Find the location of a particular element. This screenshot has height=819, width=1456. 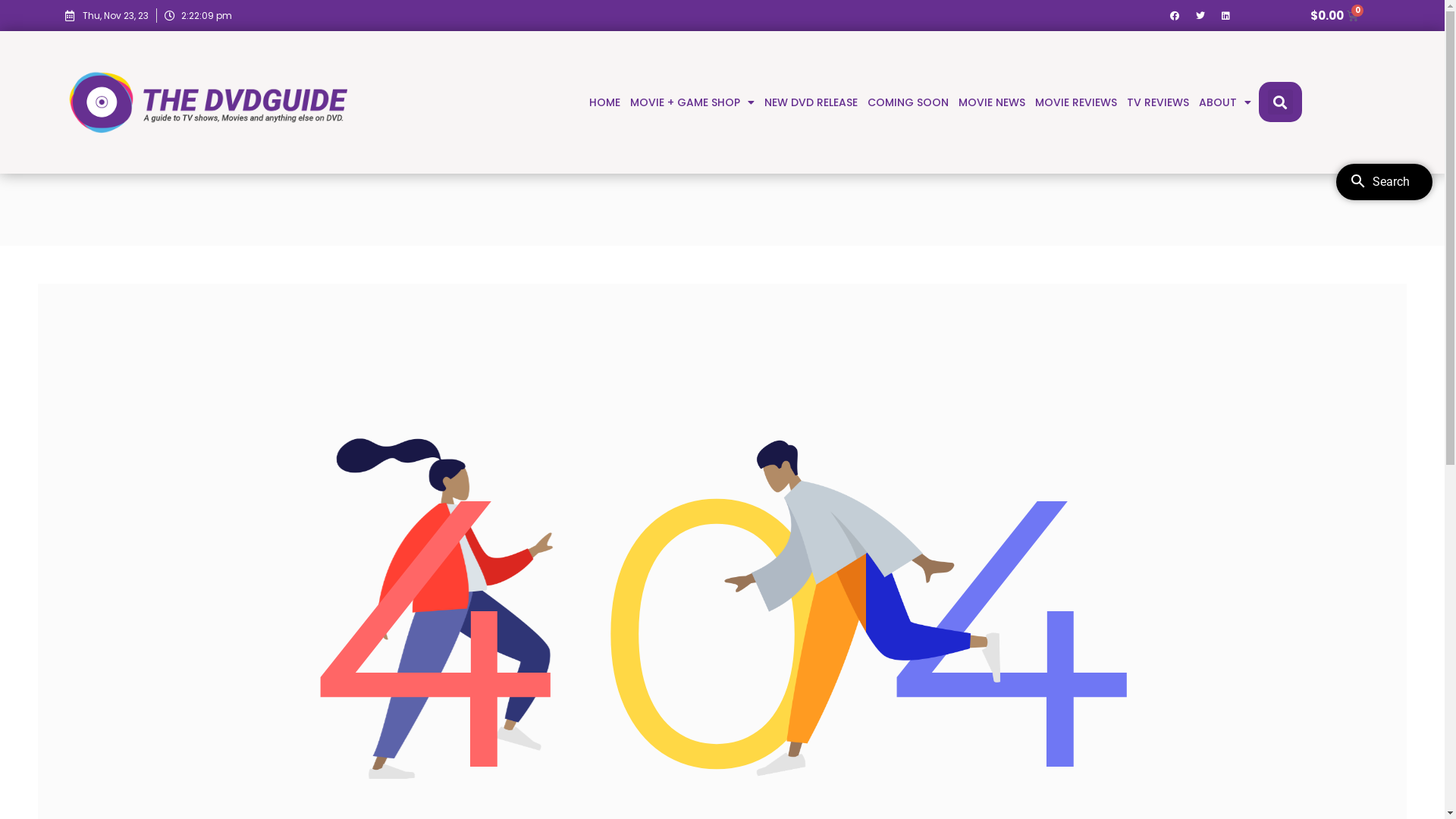

'COMING SOON' is located at coordinates (908, 102).